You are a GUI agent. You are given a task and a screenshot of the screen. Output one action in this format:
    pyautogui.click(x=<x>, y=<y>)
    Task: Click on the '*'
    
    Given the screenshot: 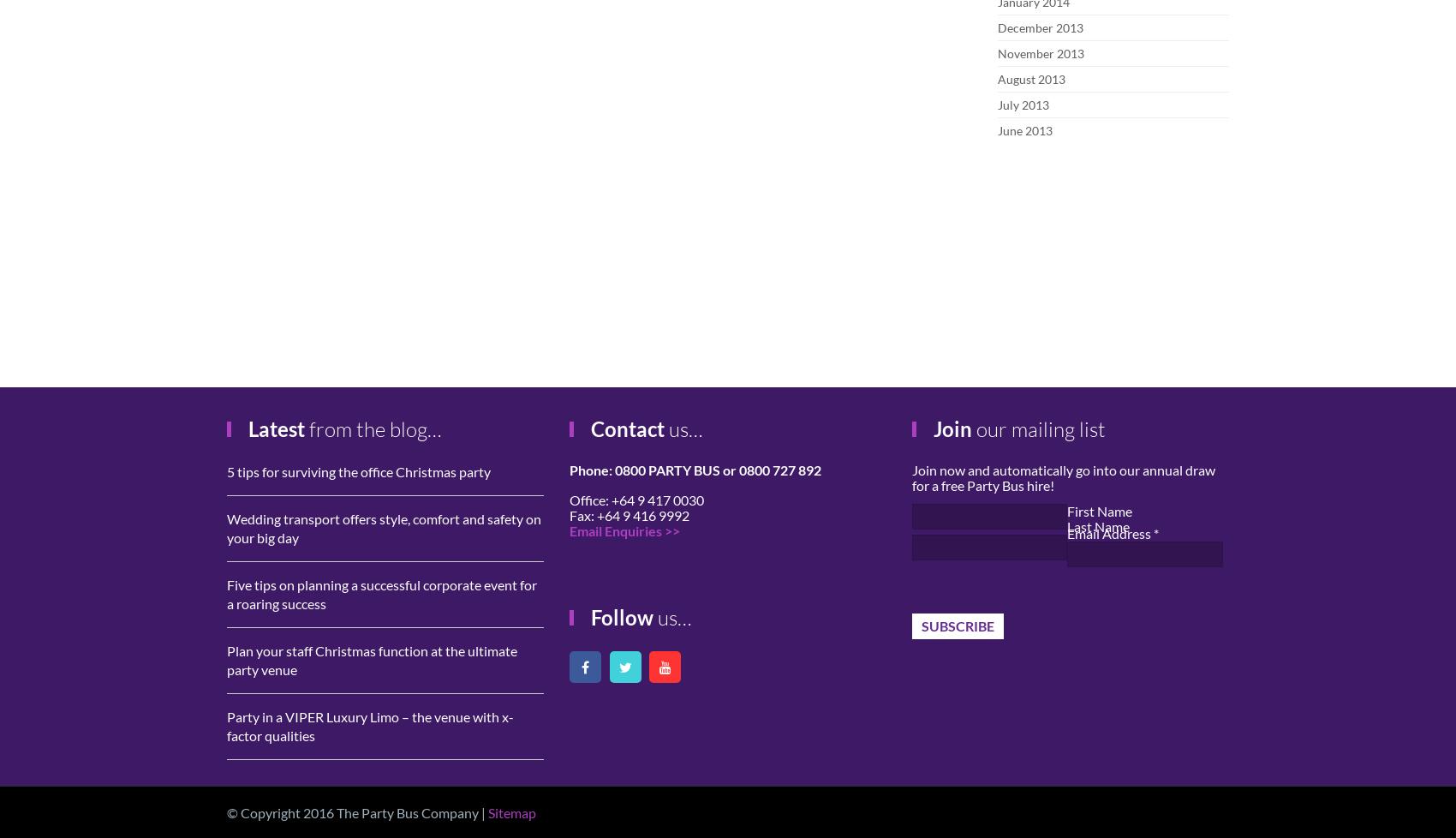 What is the action you would take?
    pyautogui.click(x=1155, y=533)
    